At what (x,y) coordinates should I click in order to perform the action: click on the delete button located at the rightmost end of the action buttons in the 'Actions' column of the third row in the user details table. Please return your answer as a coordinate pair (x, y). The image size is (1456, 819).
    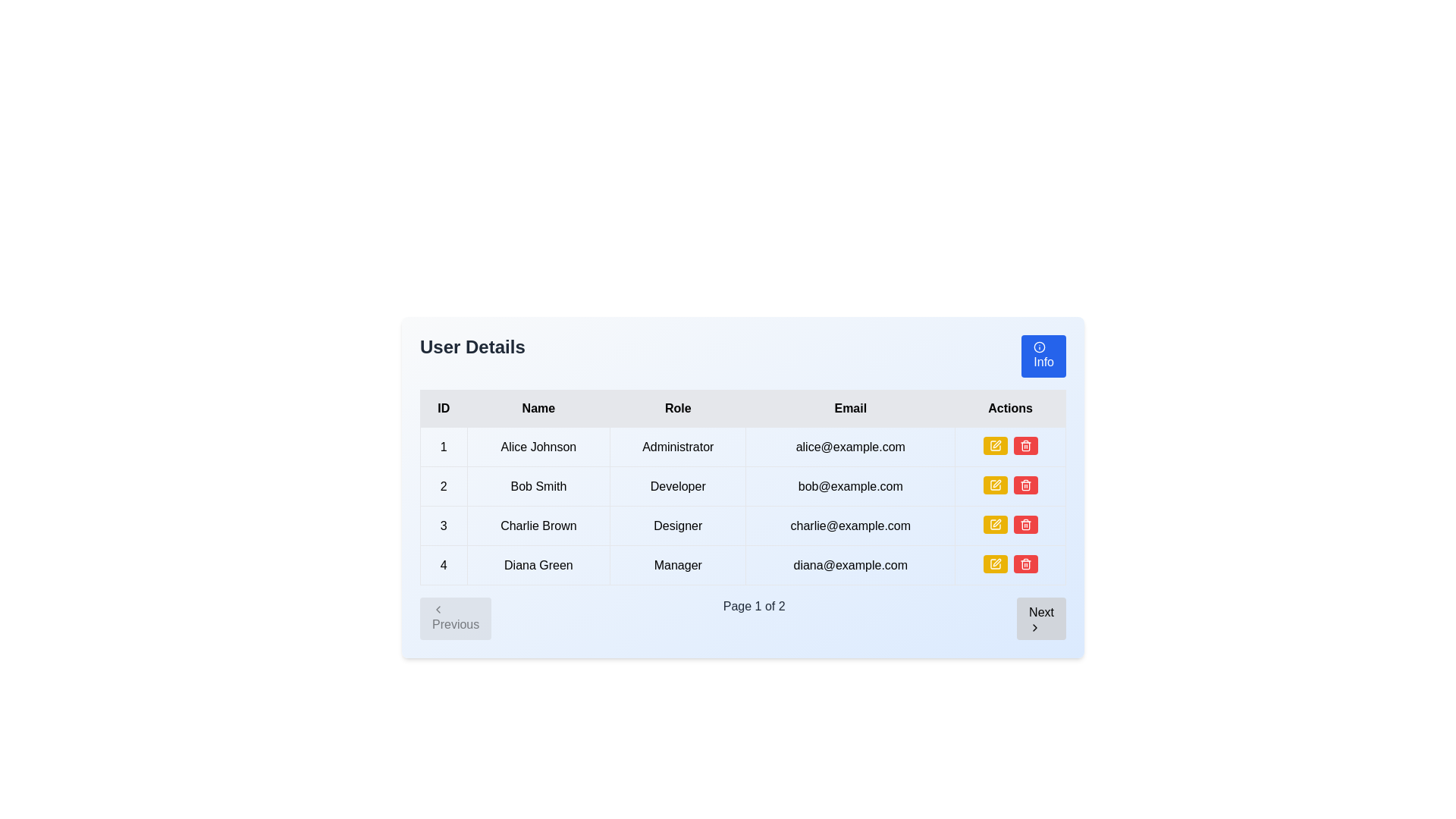
    Looking at the image, I should click on (1025, 485).